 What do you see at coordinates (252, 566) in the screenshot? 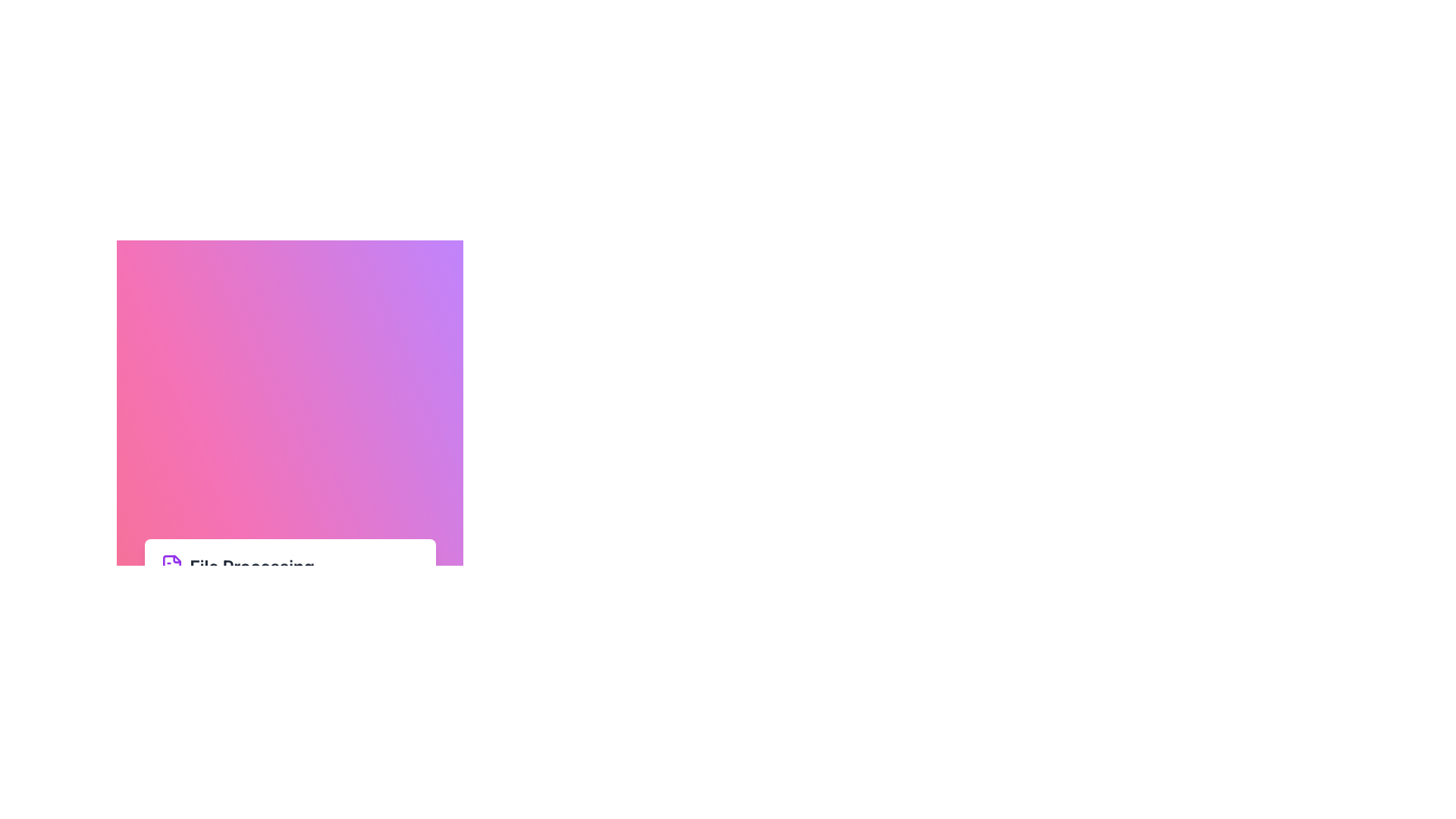
I see `the Text Label that serves as a section title or label, positioned to the right of a purple document icon` at bounding box center [252, 566].